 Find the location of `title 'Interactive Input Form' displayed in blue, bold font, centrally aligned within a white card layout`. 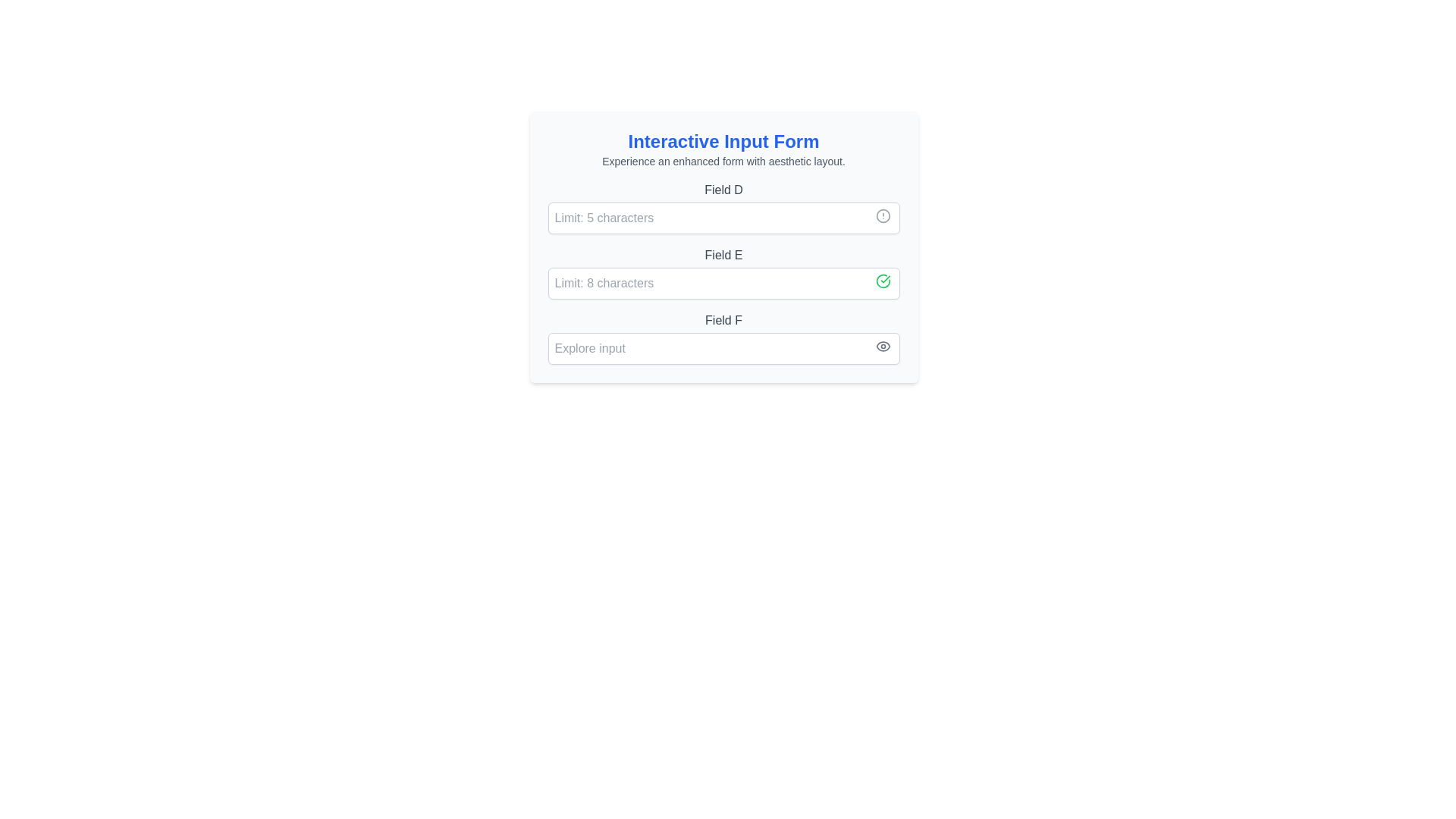

title 'Interactive Input Form' displayed in blue, bold font, centrally aligned within a white card layout is located at coordinates (723, 141).